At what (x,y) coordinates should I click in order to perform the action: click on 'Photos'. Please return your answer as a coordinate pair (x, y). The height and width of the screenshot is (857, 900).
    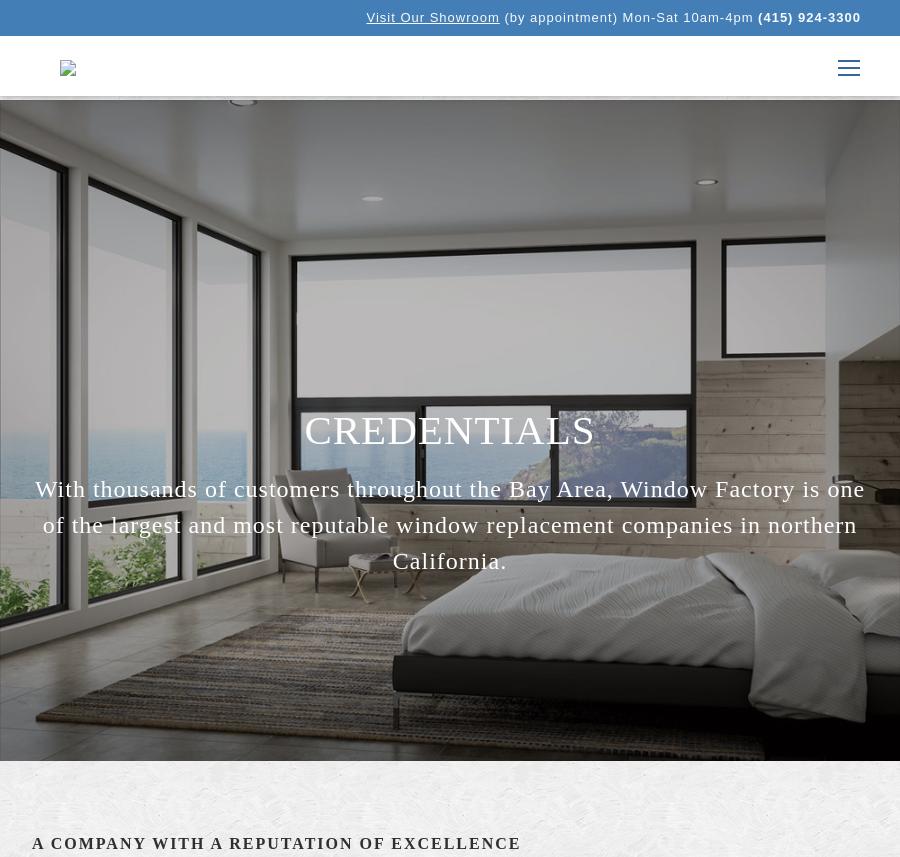
    Looking at the image, I should click on (690, 267).